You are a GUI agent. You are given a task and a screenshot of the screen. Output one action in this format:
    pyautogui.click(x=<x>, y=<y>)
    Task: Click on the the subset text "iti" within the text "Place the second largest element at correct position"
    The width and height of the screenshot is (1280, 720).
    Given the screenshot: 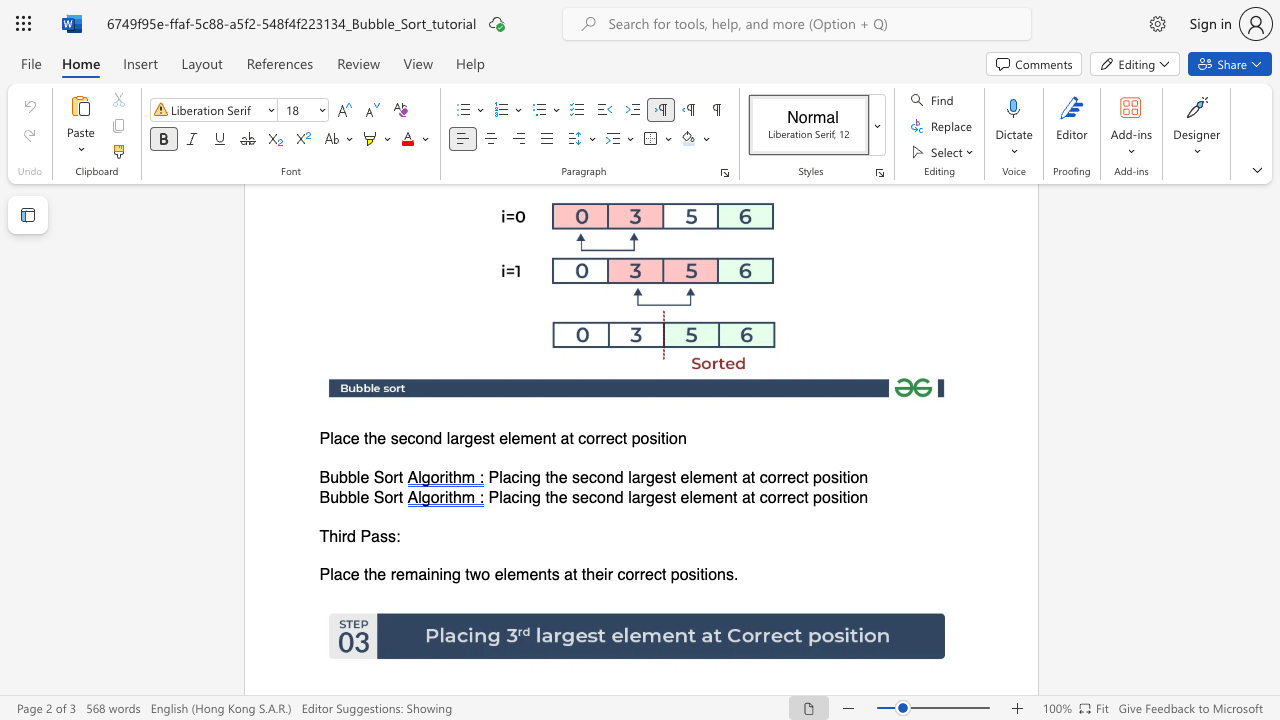 What is the action you would take?
    pyautogui.click(x=657, y=438)
    